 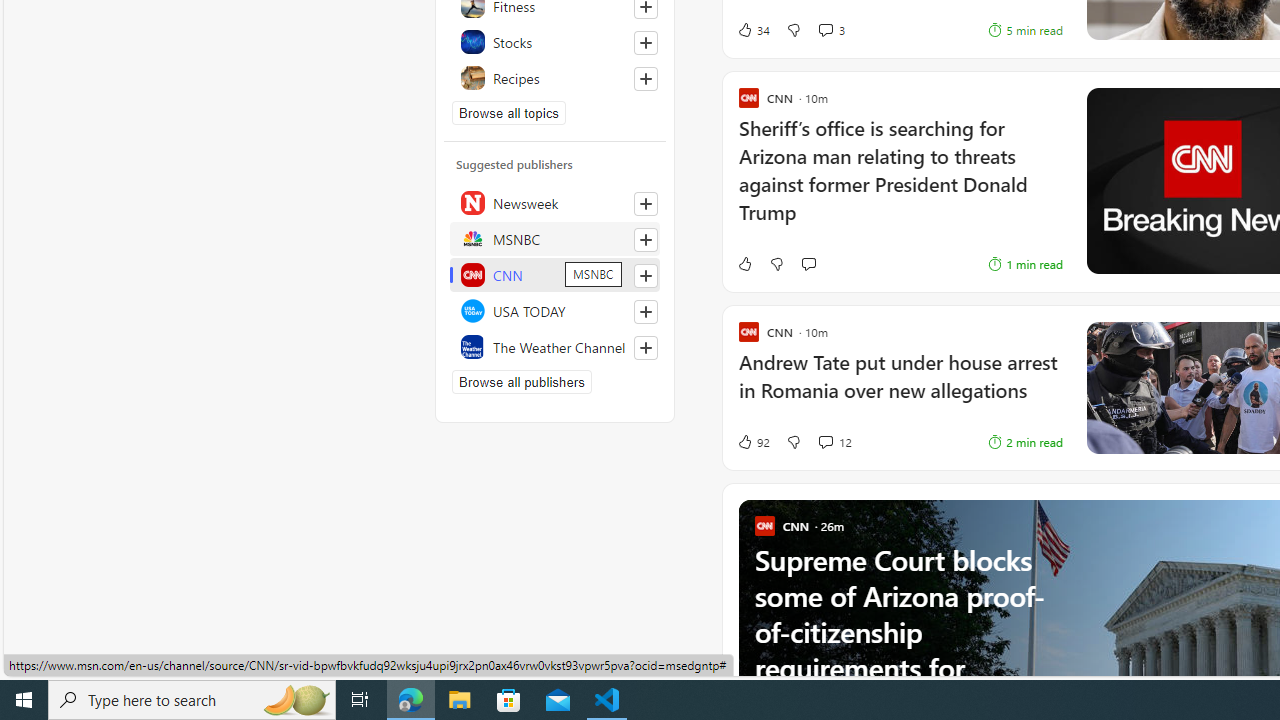 I want to click on 'View comments 3 Comment', so click(x=830, y=30).